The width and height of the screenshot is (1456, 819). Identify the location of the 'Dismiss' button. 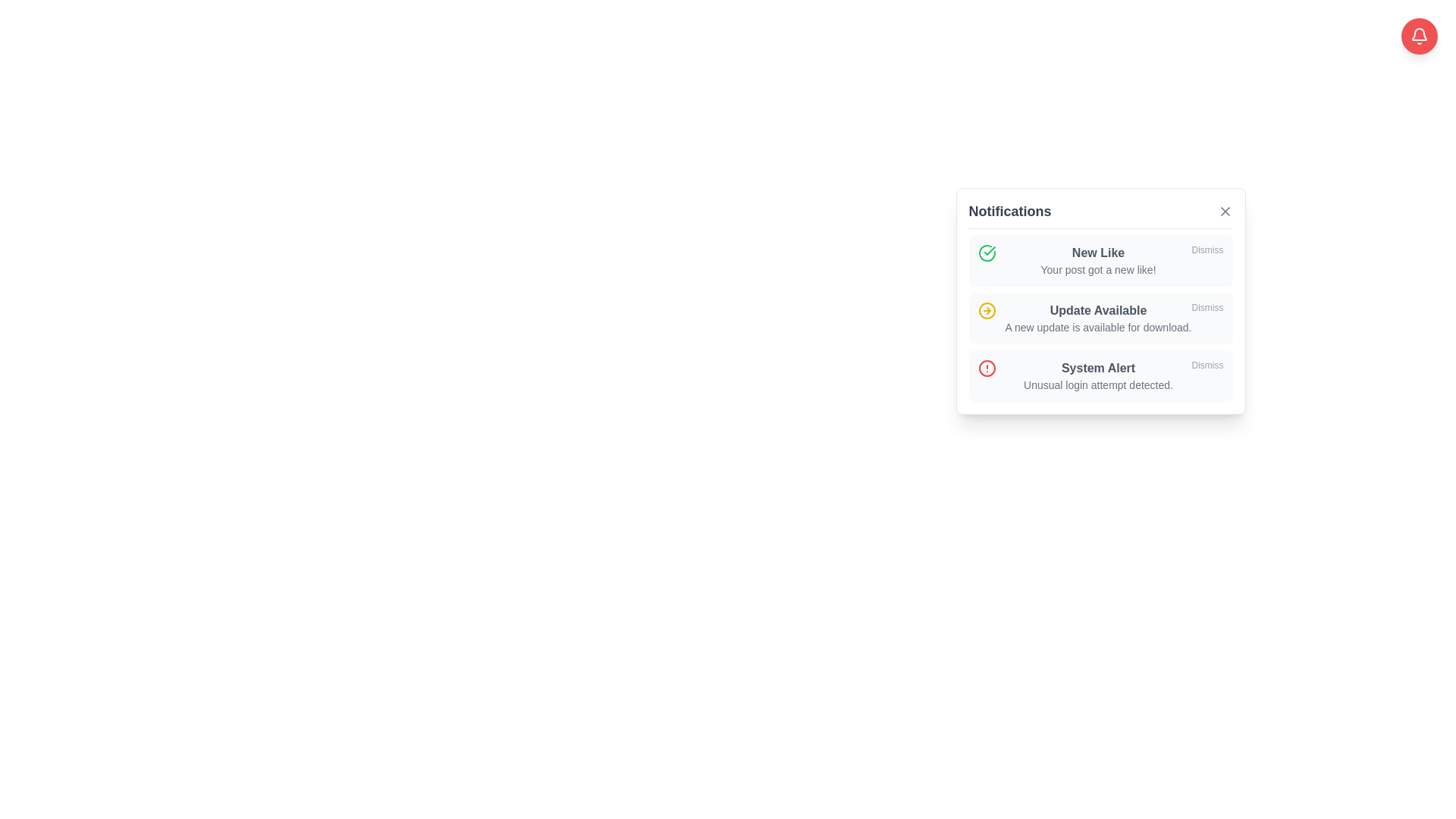
(1207, 366).